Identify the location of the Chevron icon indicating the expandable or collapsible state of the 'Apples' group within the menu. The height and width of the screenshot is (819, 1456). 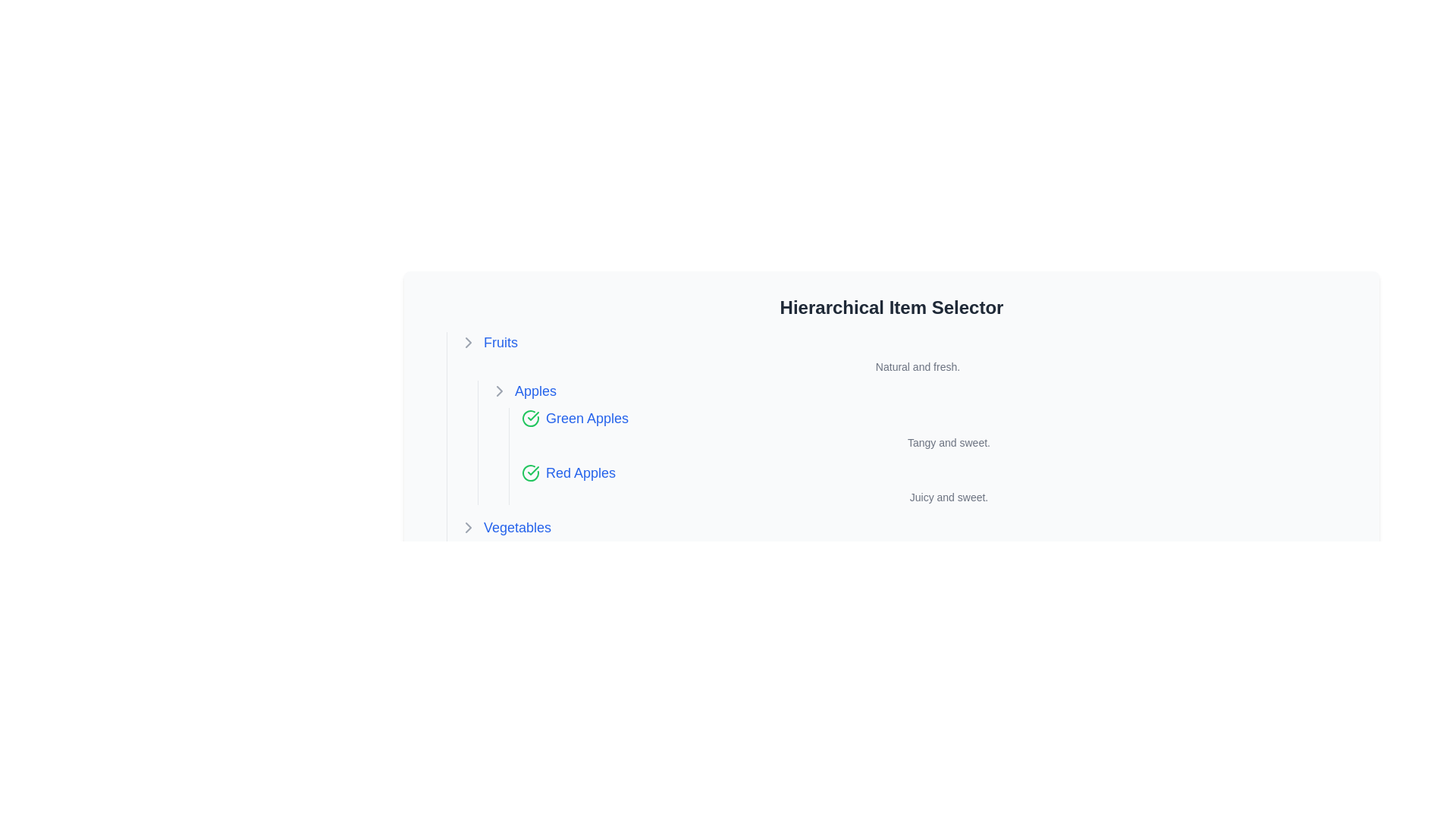
(499, 391).